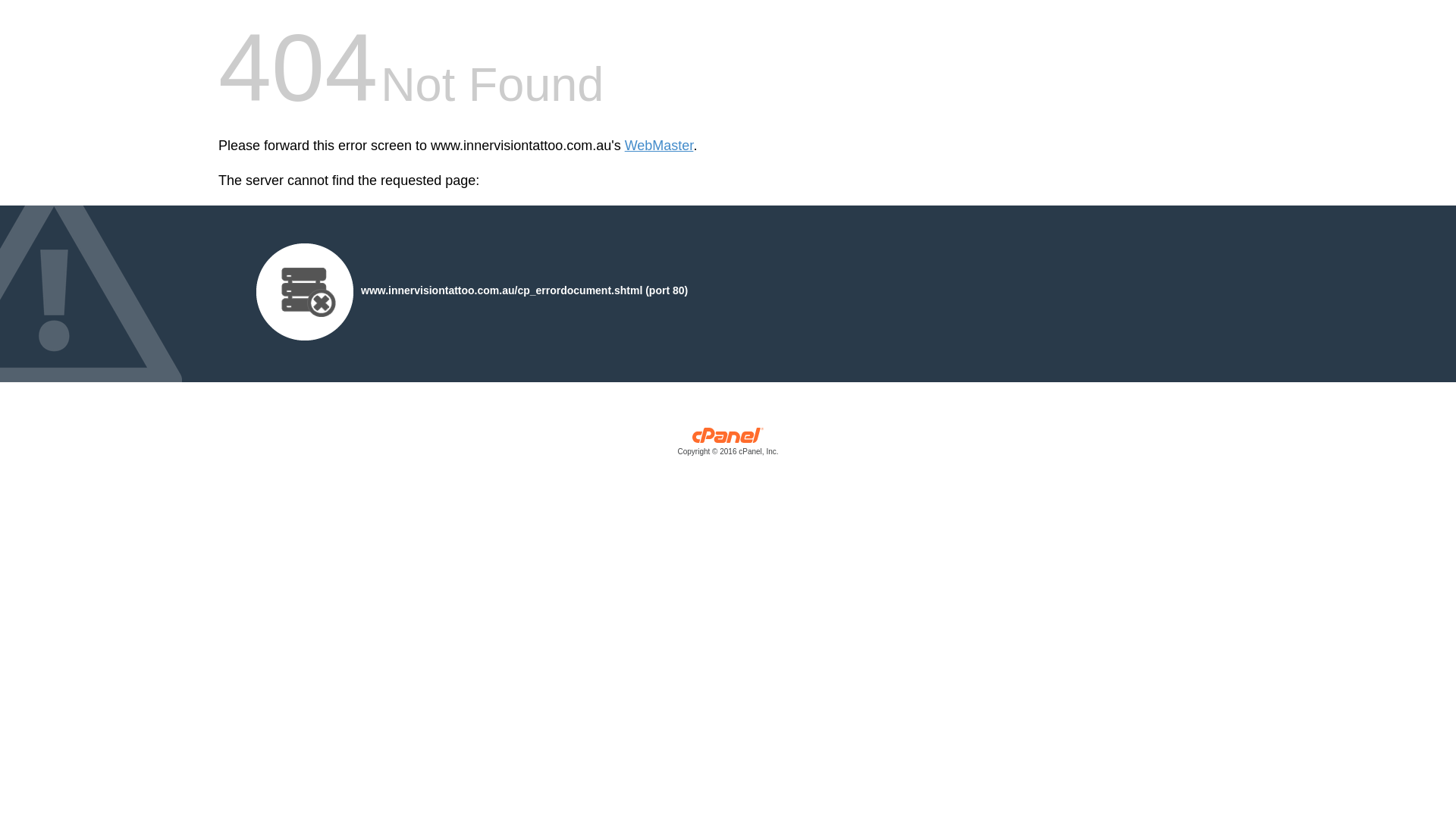 The width and height of the screenshot is (1456, 819). Describe the element at coordinates (659, 146) in the screenshot. I see `'WebMaster'` at that location.